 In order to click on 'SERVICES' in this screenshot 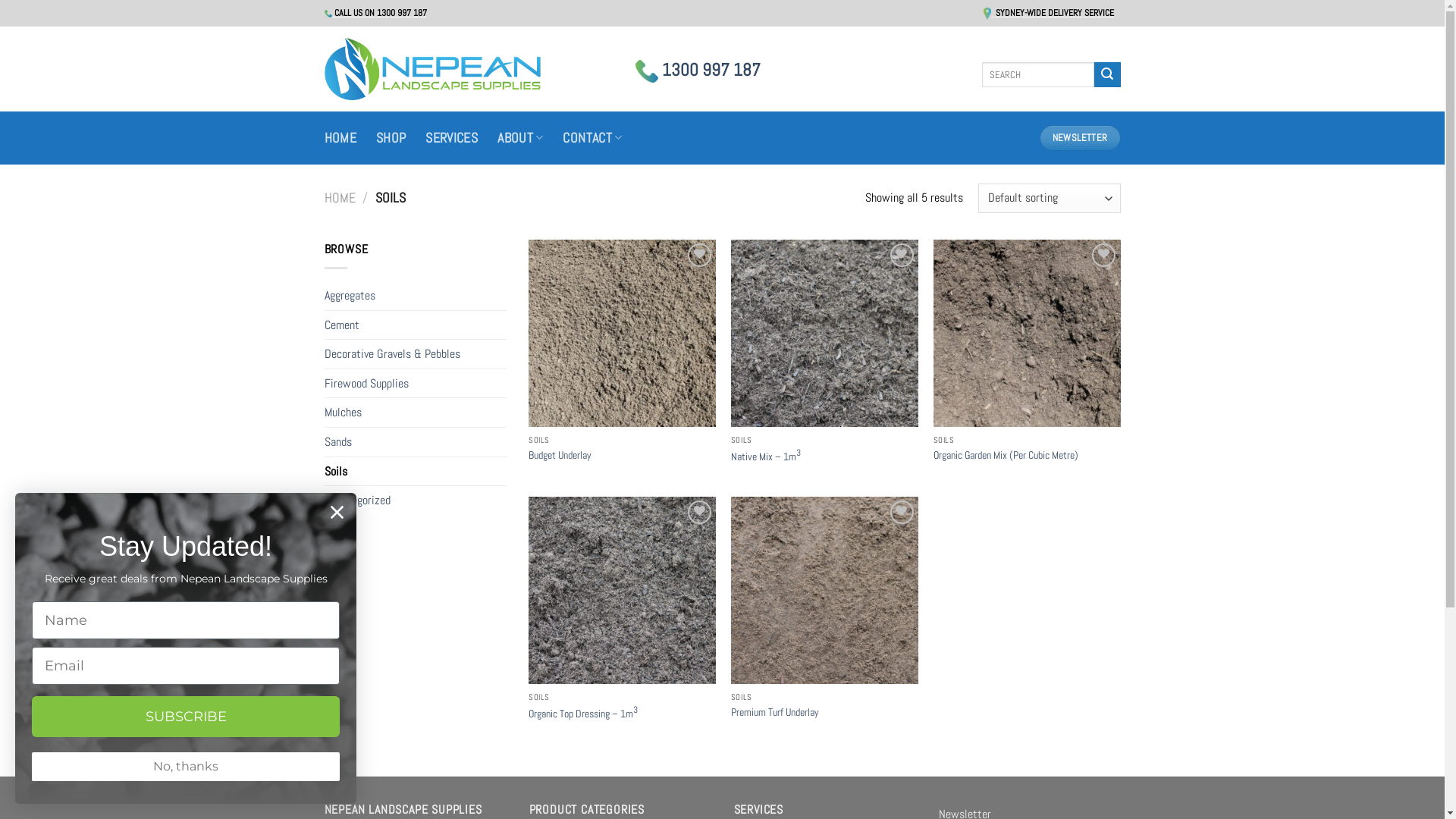, I will do `click(450, 137)`.